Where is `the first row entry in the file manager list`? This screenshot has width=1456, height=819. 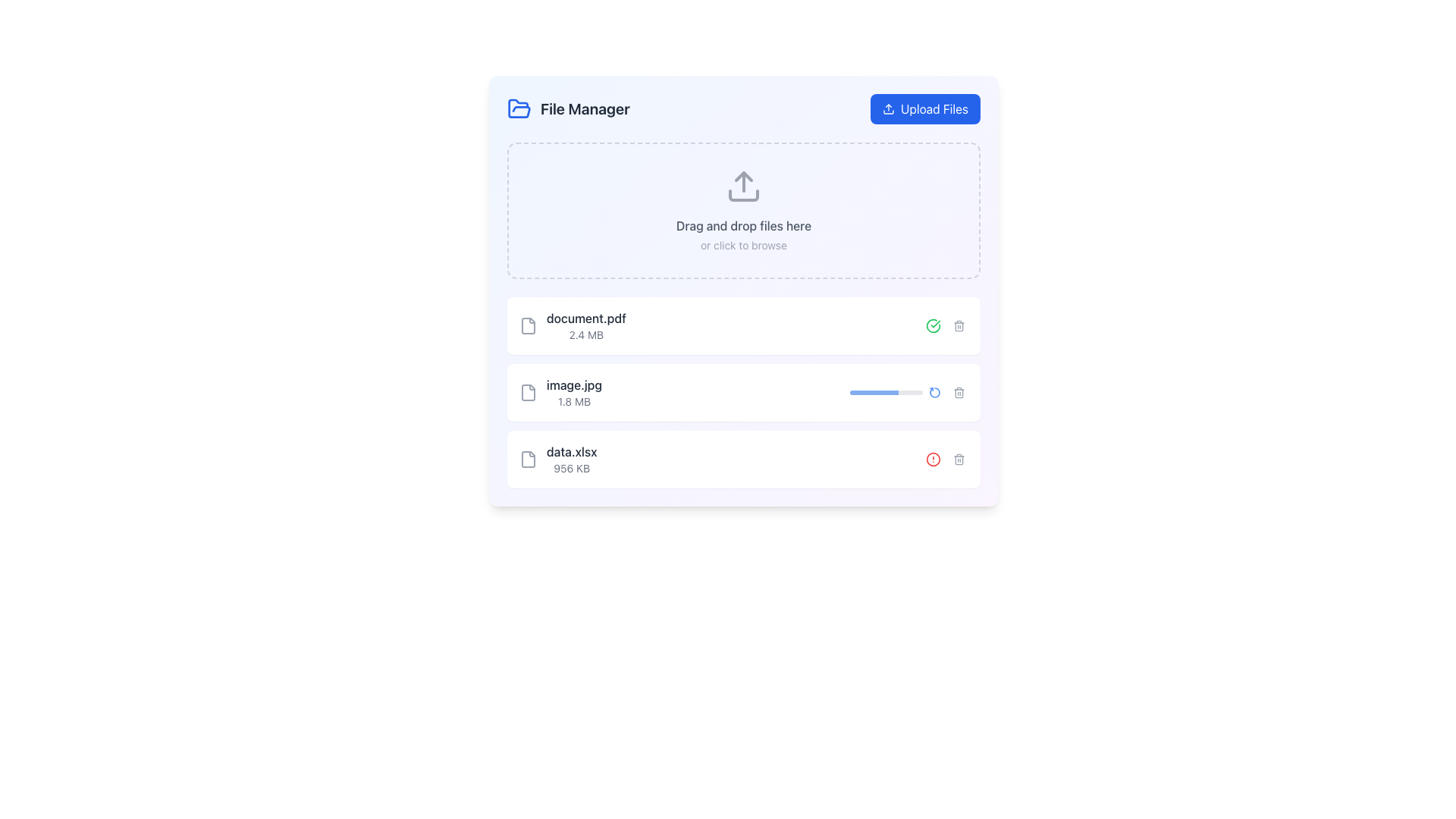 the first row entry in the file manager list is located at coordinates (743, 325).